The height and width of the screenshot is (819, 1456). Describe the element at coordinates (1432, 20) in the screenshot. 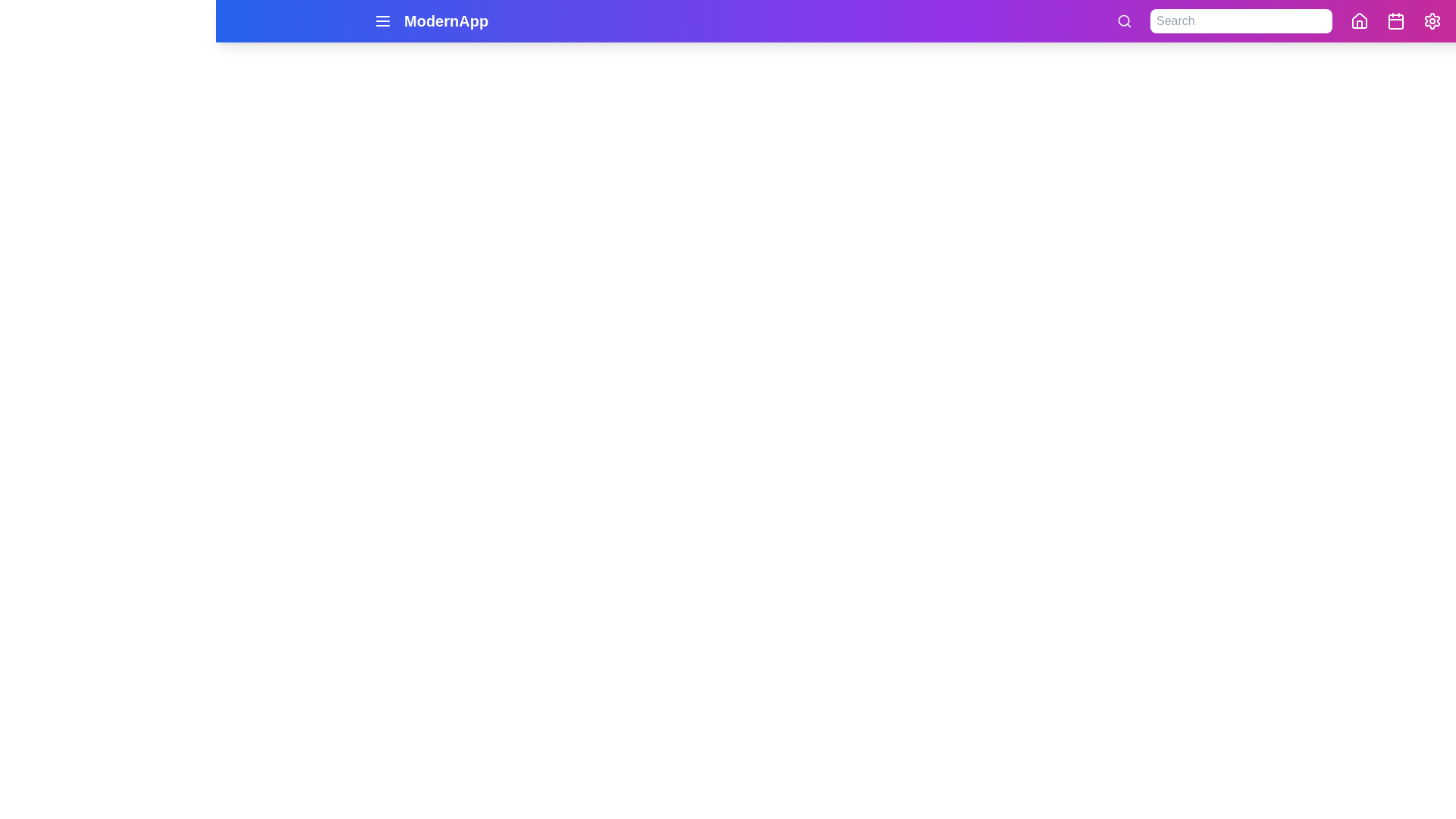

I see `the cogwheel-like icon located at the top-right corner of the interface, which is part of a horizontal toolbar and follows a house icon and a calendar icon` at that location.